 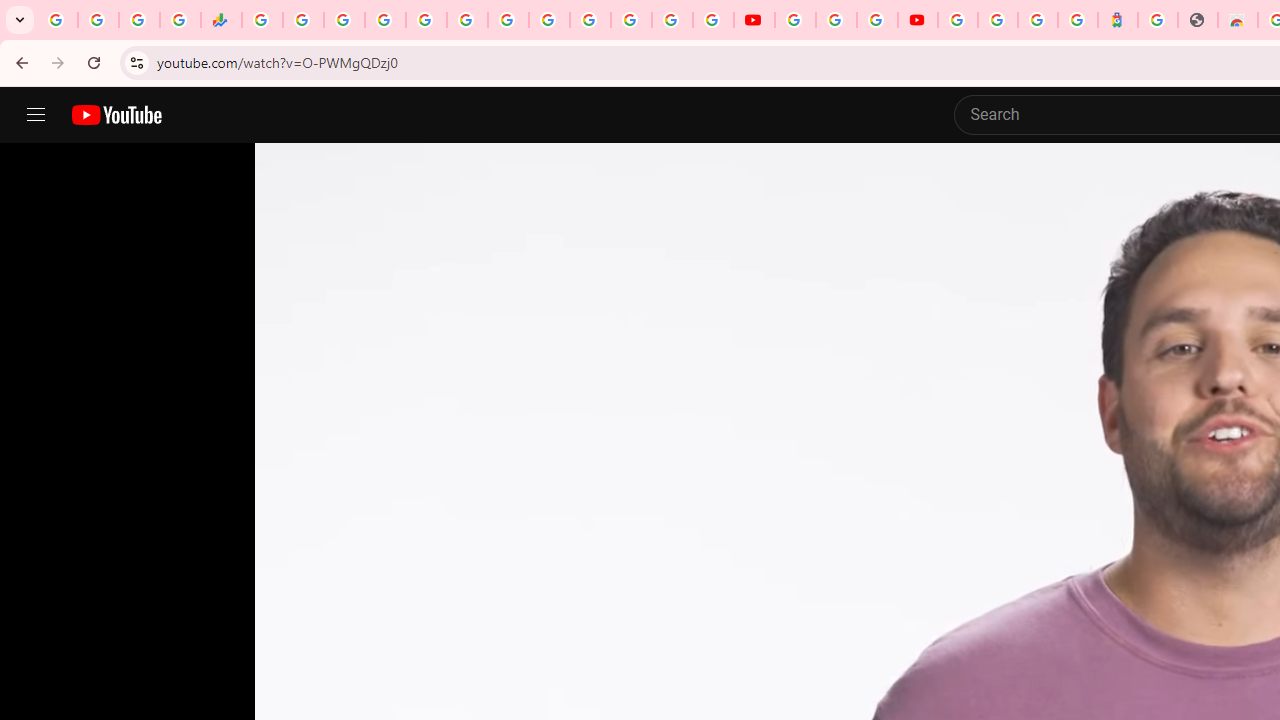 I want to click on 'Privacy Checkup', so click(x=712, y=20).